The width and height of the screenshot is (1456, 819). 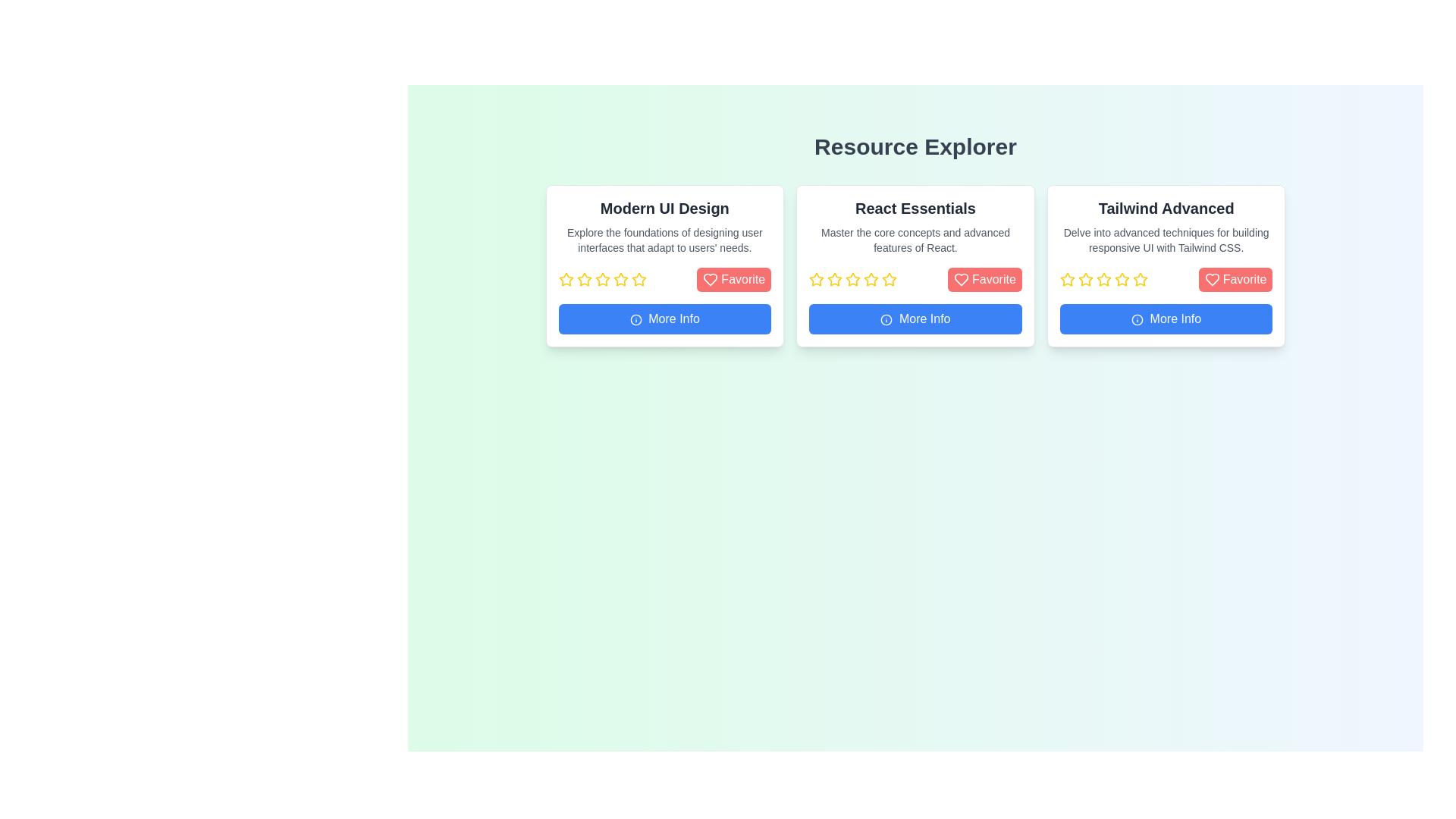 I want to click on the yellow star icon, which is the second star in the rating system under the 'Modern UI Design' card, so click(x=565, y=279).